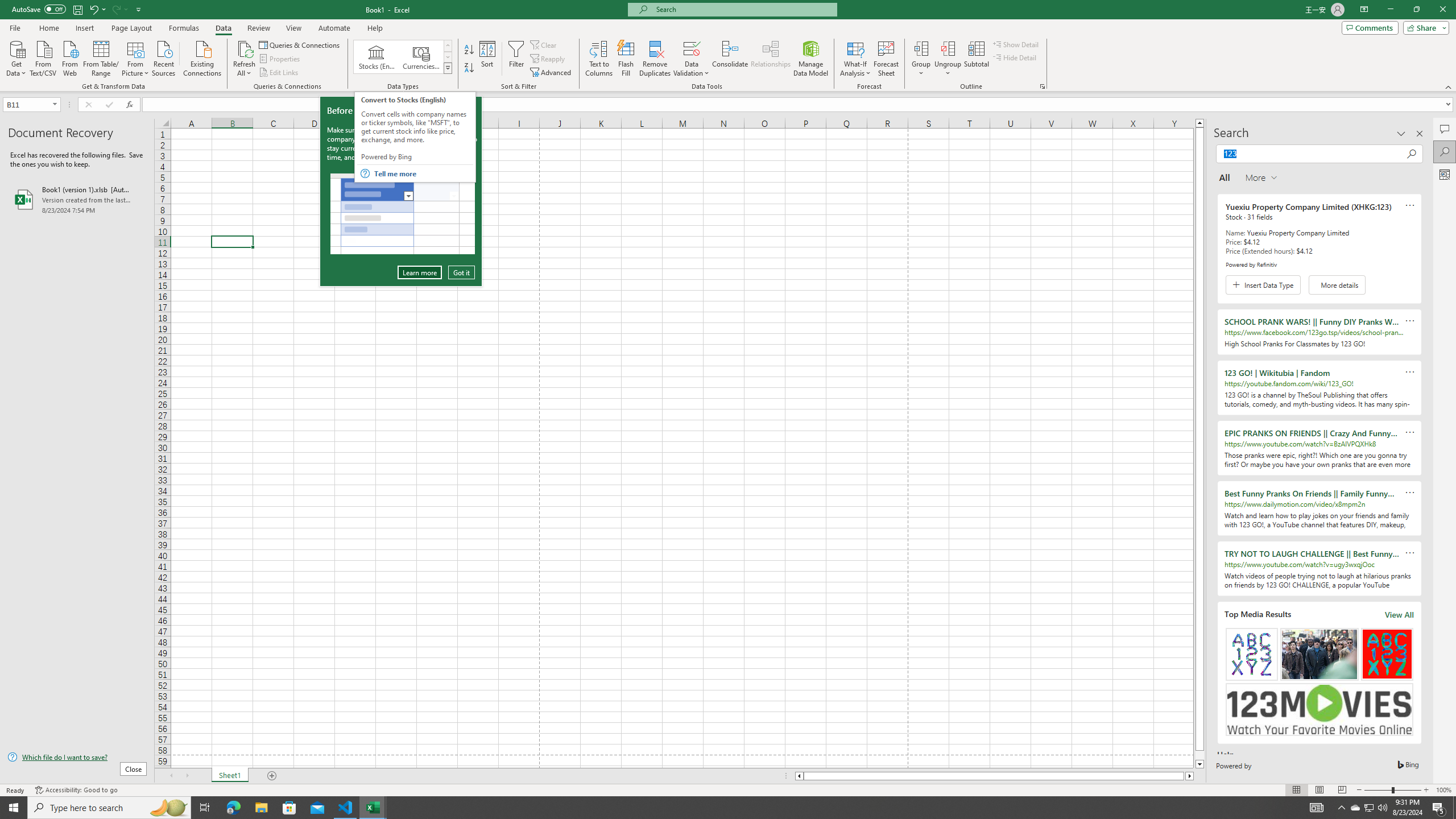  I want to click on 'Notification Chevron', so click(1342, 806).